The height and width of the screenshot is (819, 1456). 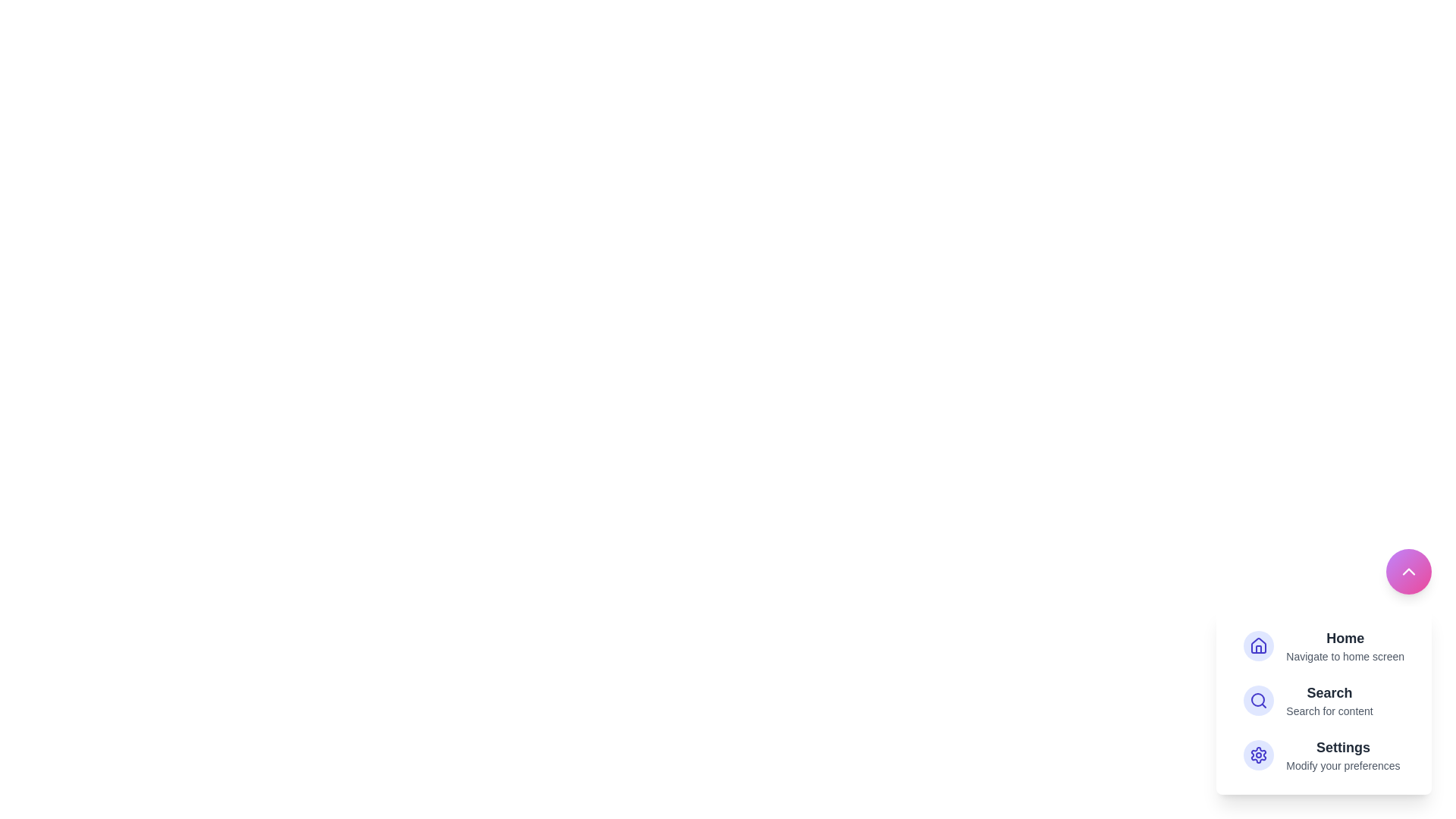 I want to click on the 'Home' button in the DashboardSpeedDial component to activate the 'Home' action, so click(x=1259, y=646).